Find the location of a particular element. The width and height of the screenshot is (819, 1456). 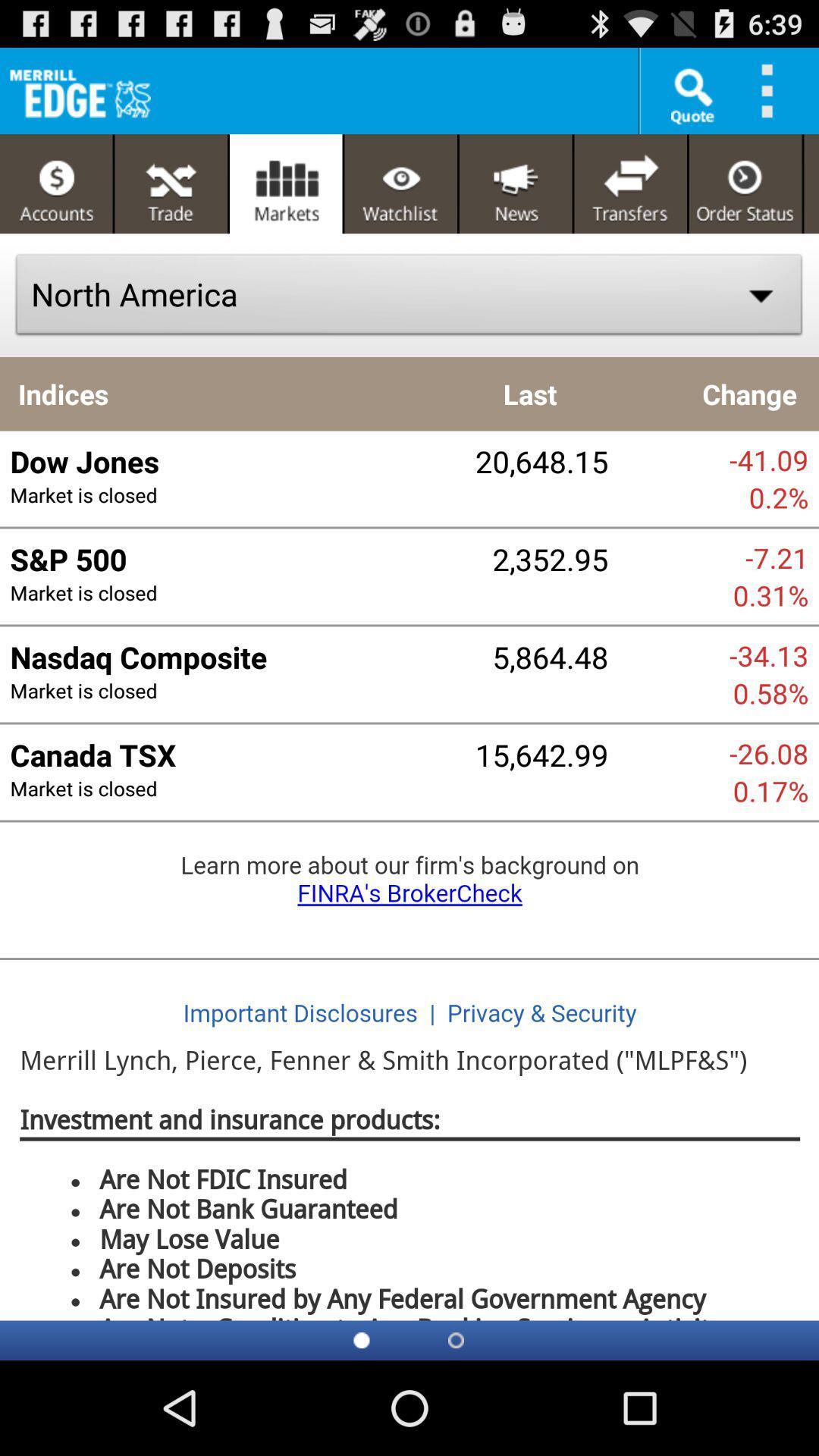

the search icon is located at coordinates (682, 96).